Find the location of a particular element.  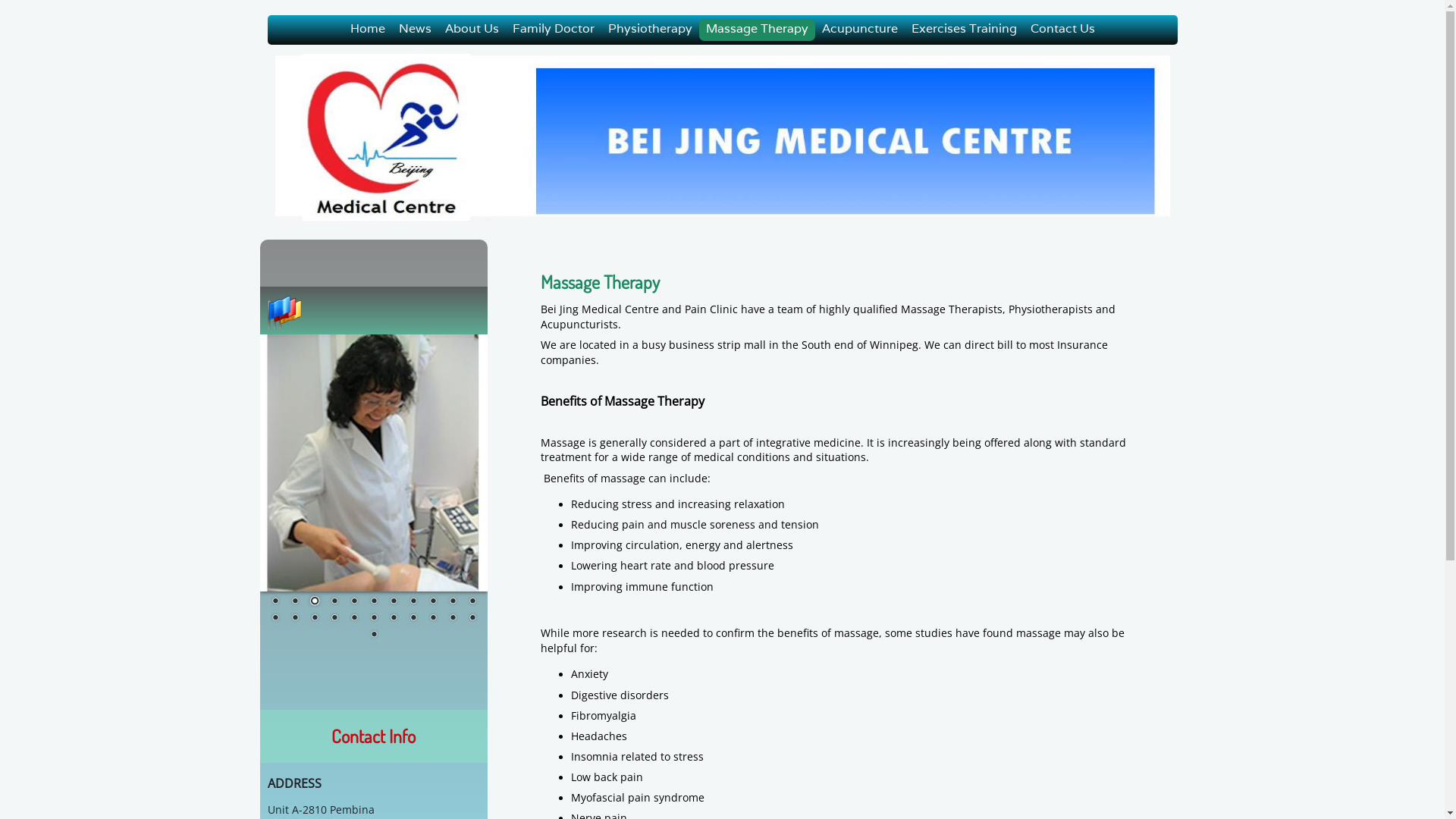

'8' is located at coordinates (413, 601).